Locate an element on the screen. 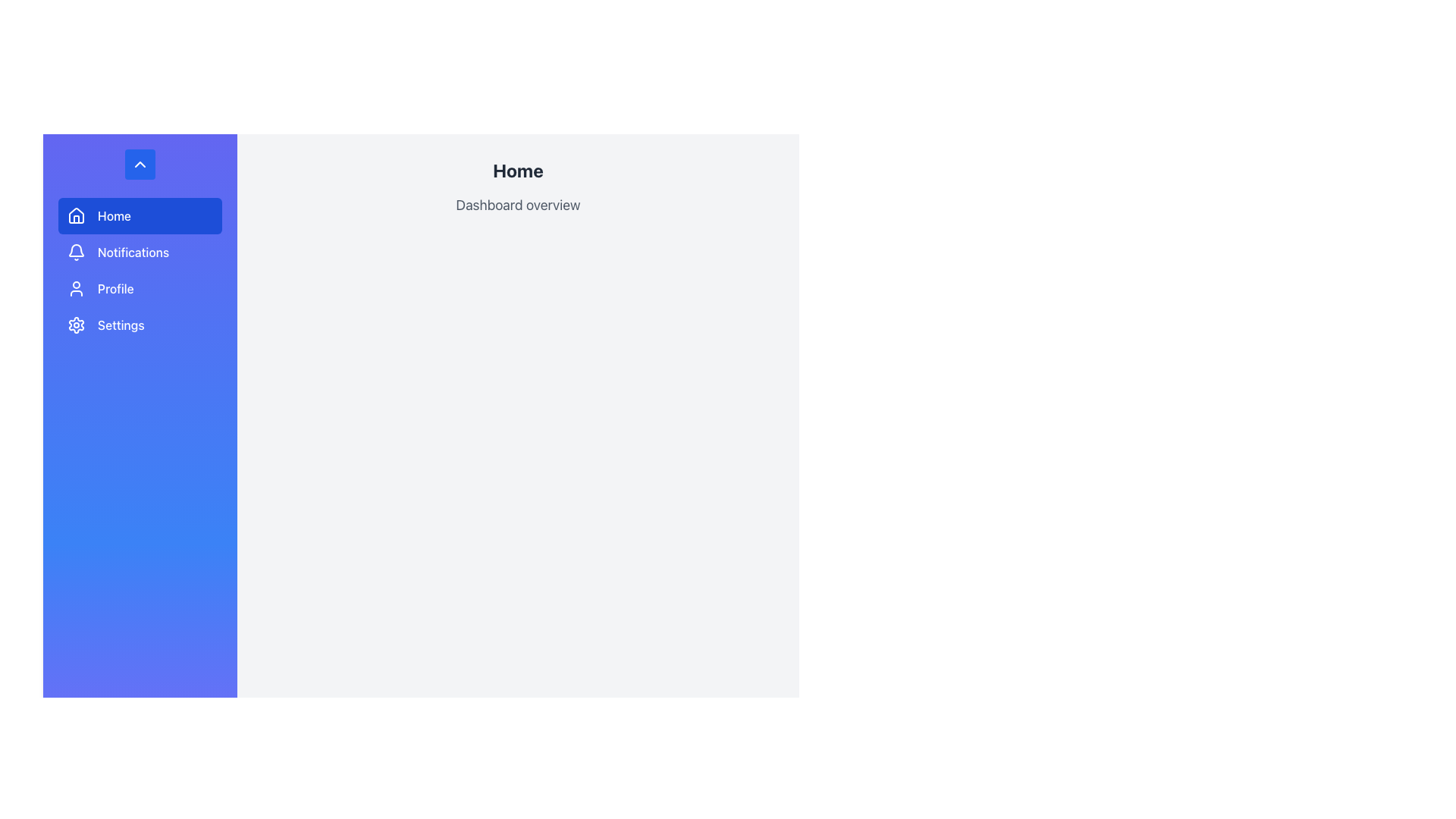 The width and height of the screenshot is (1456, 819). the collapse button located at the top of the navigation panel is located at coordinates (140, 164).